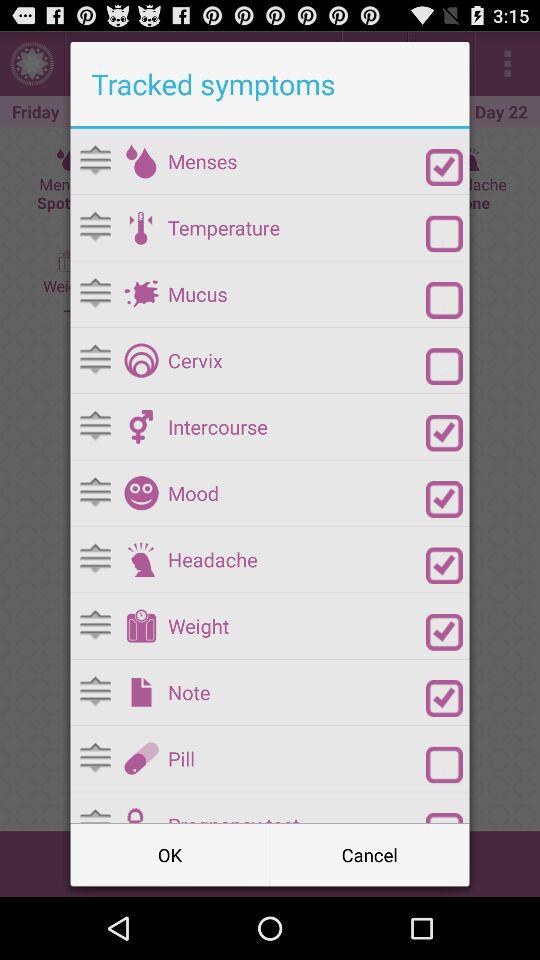  What do you see at coordinates (444, 299) in the screenshot?
I see `select` at bounding box center [444, 299].